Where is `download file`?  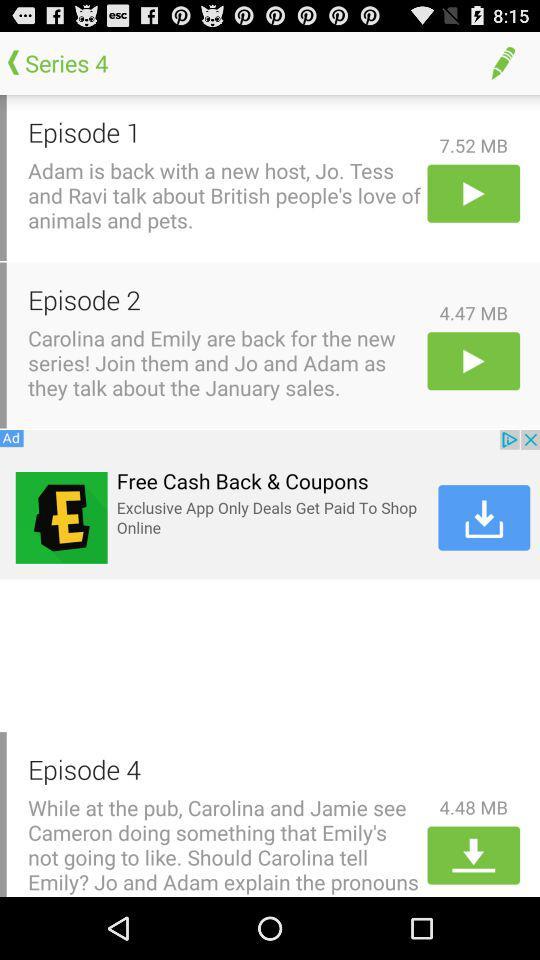
download file is located at coordinates (472, 854).